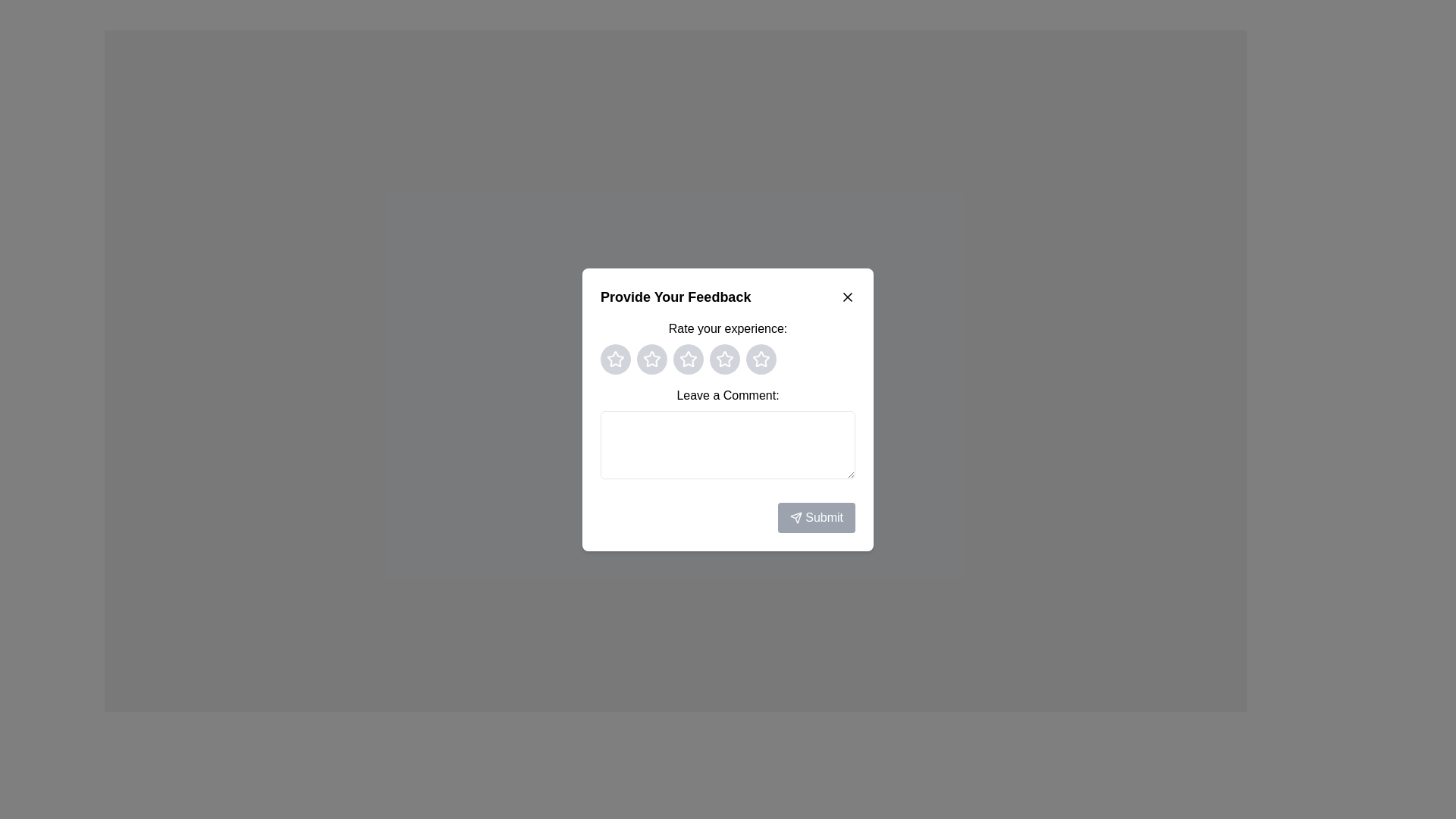 This screenshot has width=1456, height=819. Describe the element at coordinates (651, 359) in the screenshot. I see `the second rating star button, which is a circular button with a light gray background and a white star icon, located at the top center of the modal interface beneath the 'Rate your experience' text label` at that location.